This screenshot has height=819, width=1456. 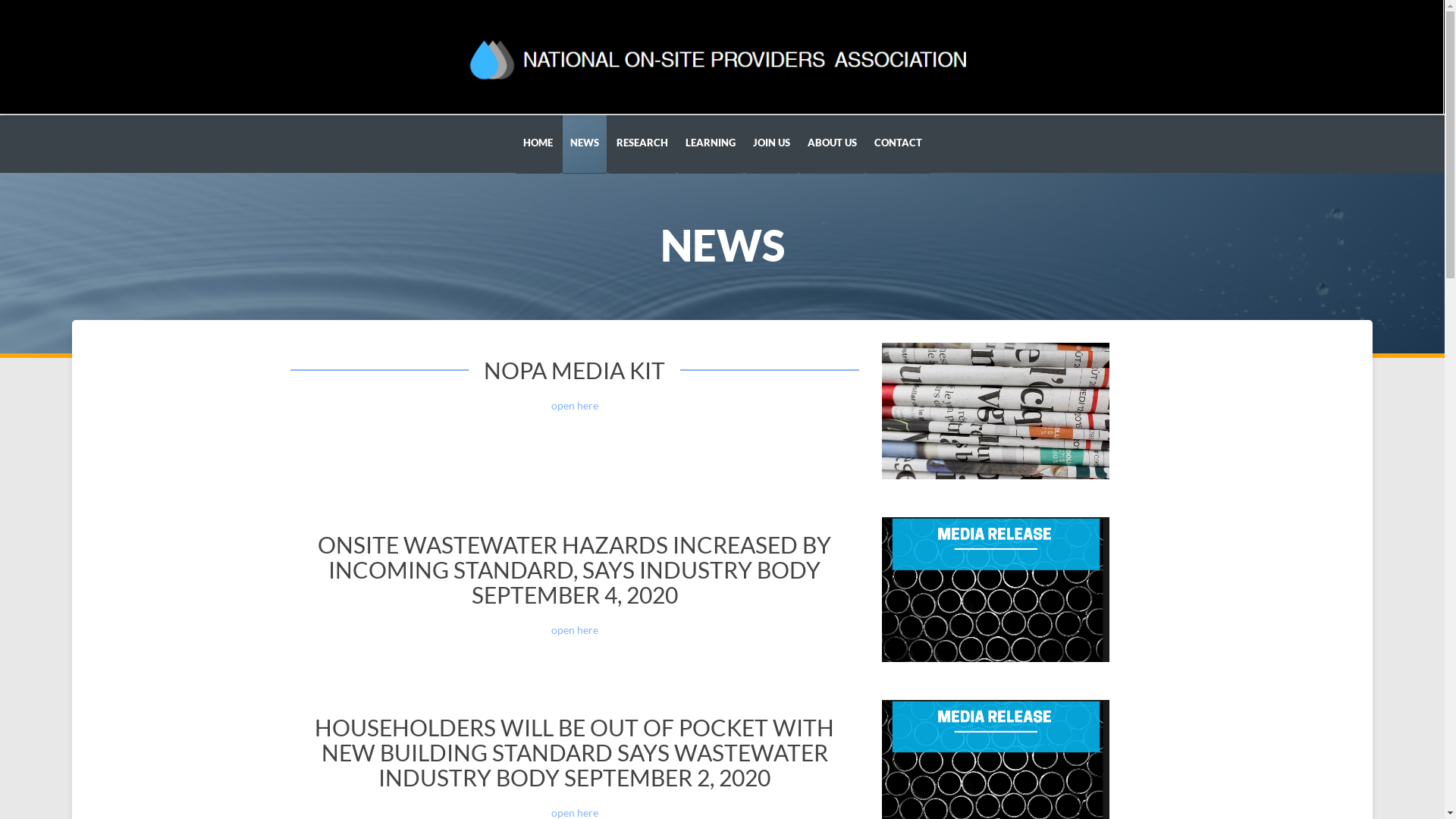 I want to click on 'open here', so click(x=573, y=404).